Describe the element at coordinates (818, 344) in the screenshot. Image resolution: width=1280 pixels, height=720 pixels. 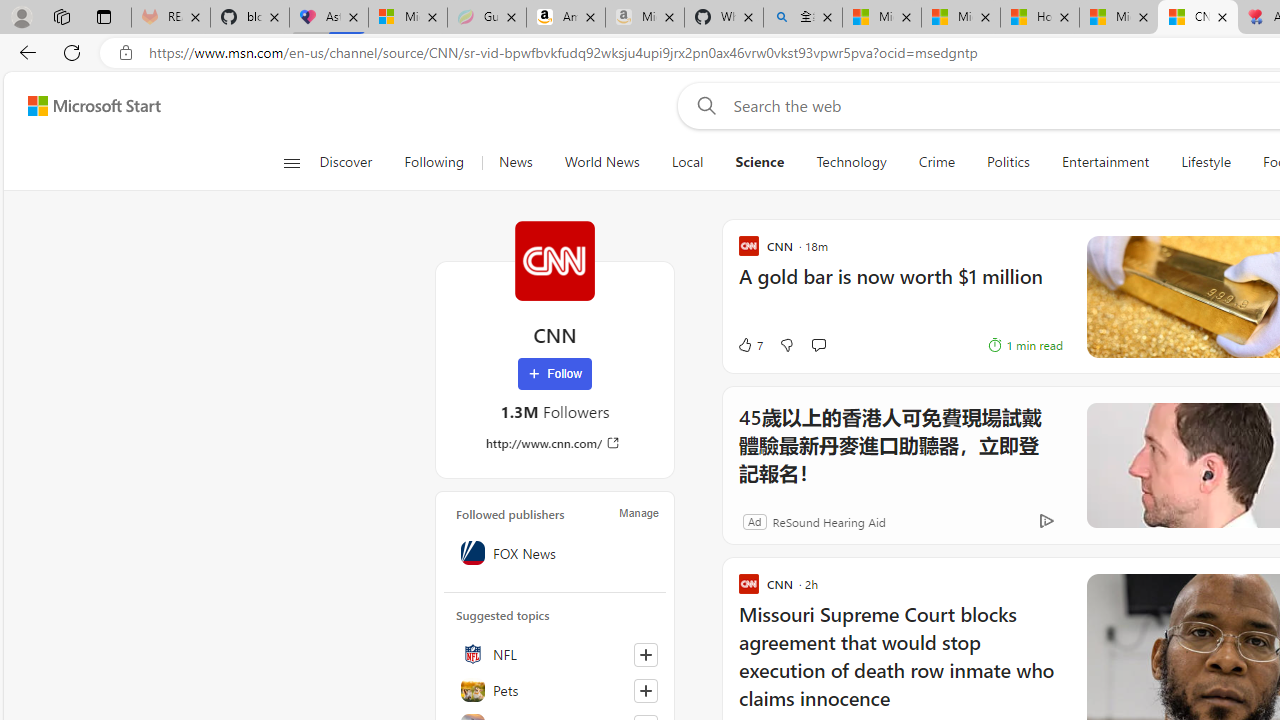
I see `'Start the conversation'` at that location.